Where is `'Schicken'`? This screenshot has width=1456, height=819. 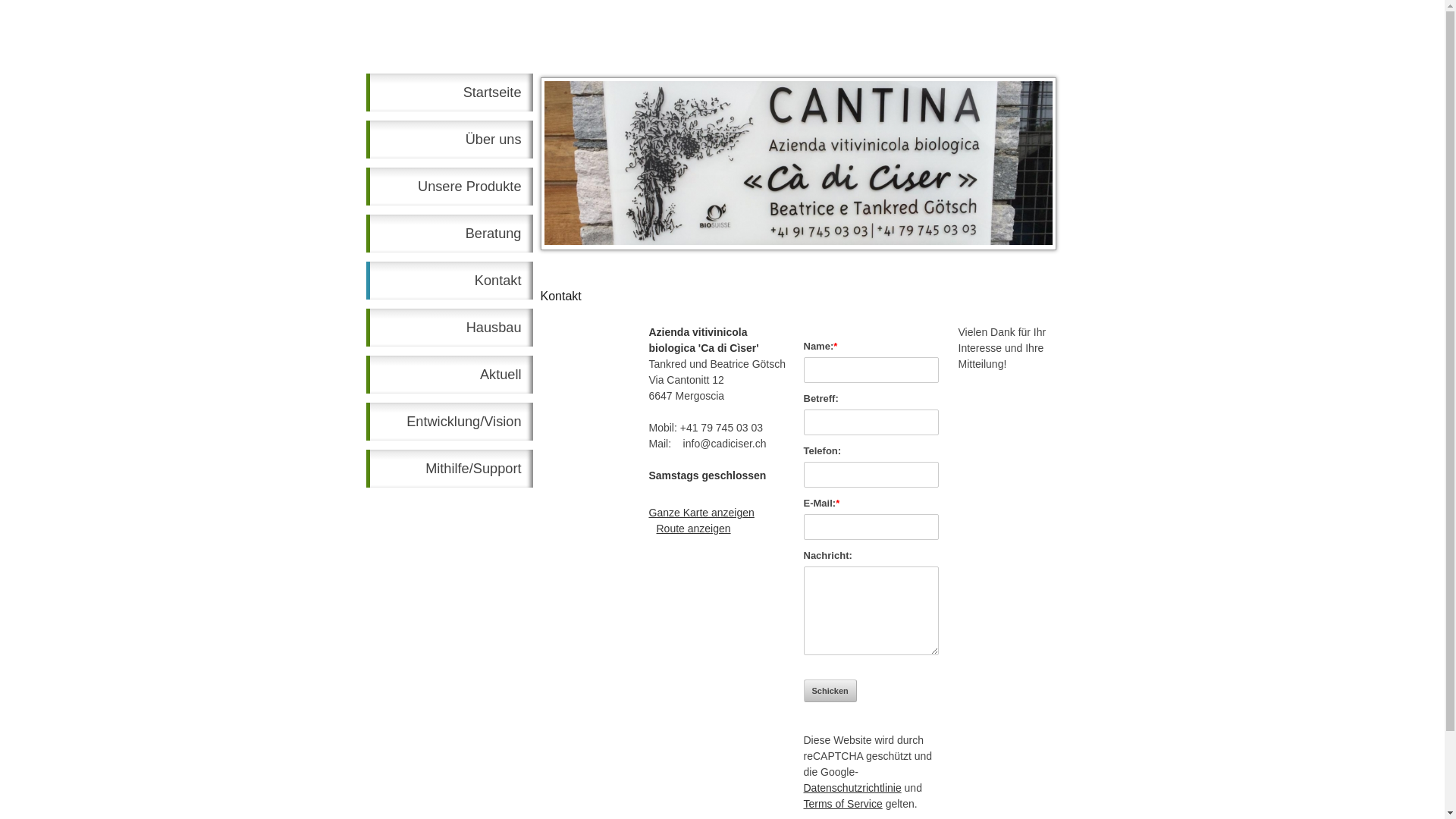 'Schicken' is located at coordinates (829, 690).